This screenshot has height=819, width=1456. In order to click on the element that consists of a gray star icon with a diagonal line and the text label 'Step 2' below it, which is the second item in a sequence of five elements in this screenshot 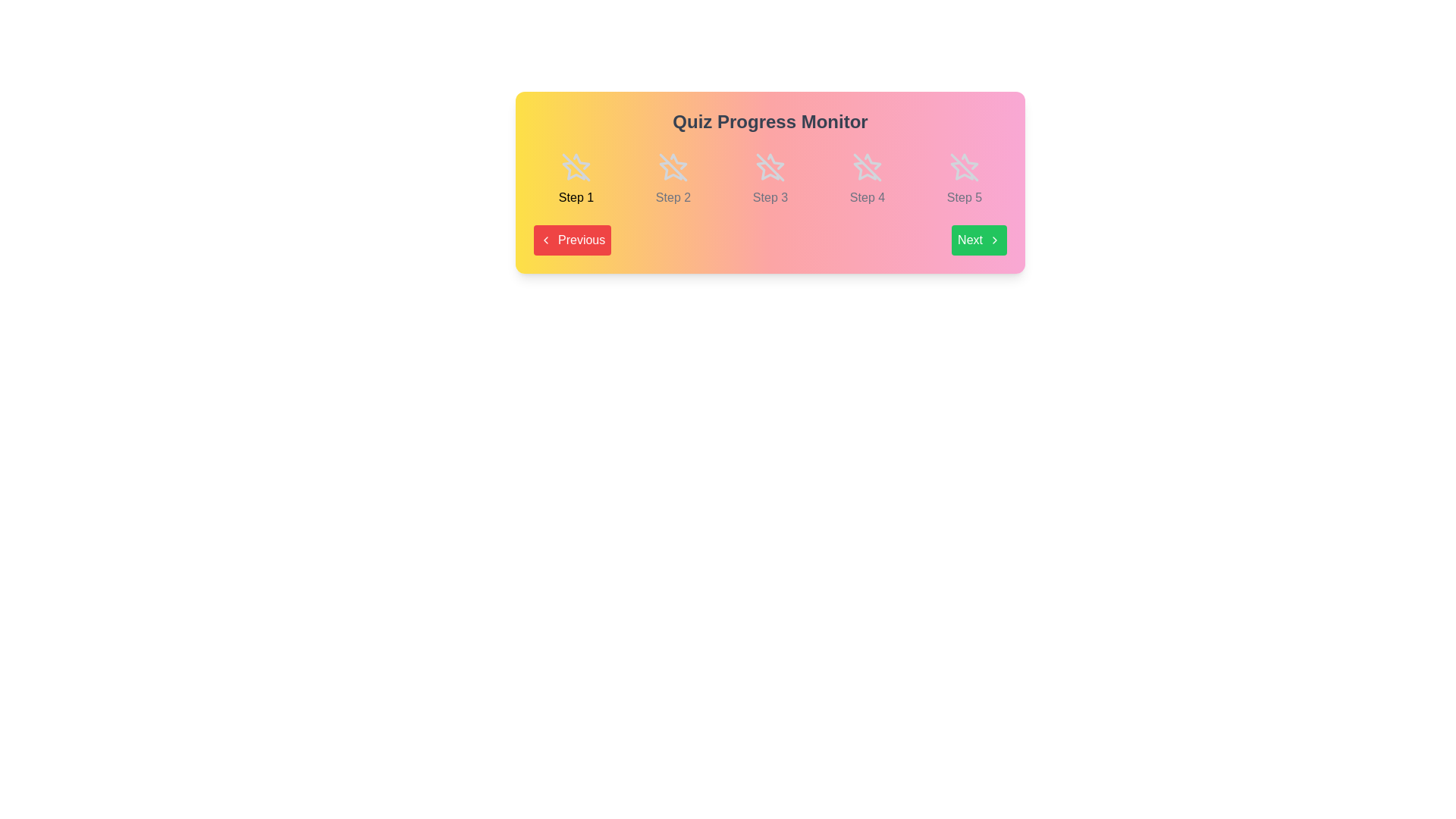, I will do `click(673, 178)`.